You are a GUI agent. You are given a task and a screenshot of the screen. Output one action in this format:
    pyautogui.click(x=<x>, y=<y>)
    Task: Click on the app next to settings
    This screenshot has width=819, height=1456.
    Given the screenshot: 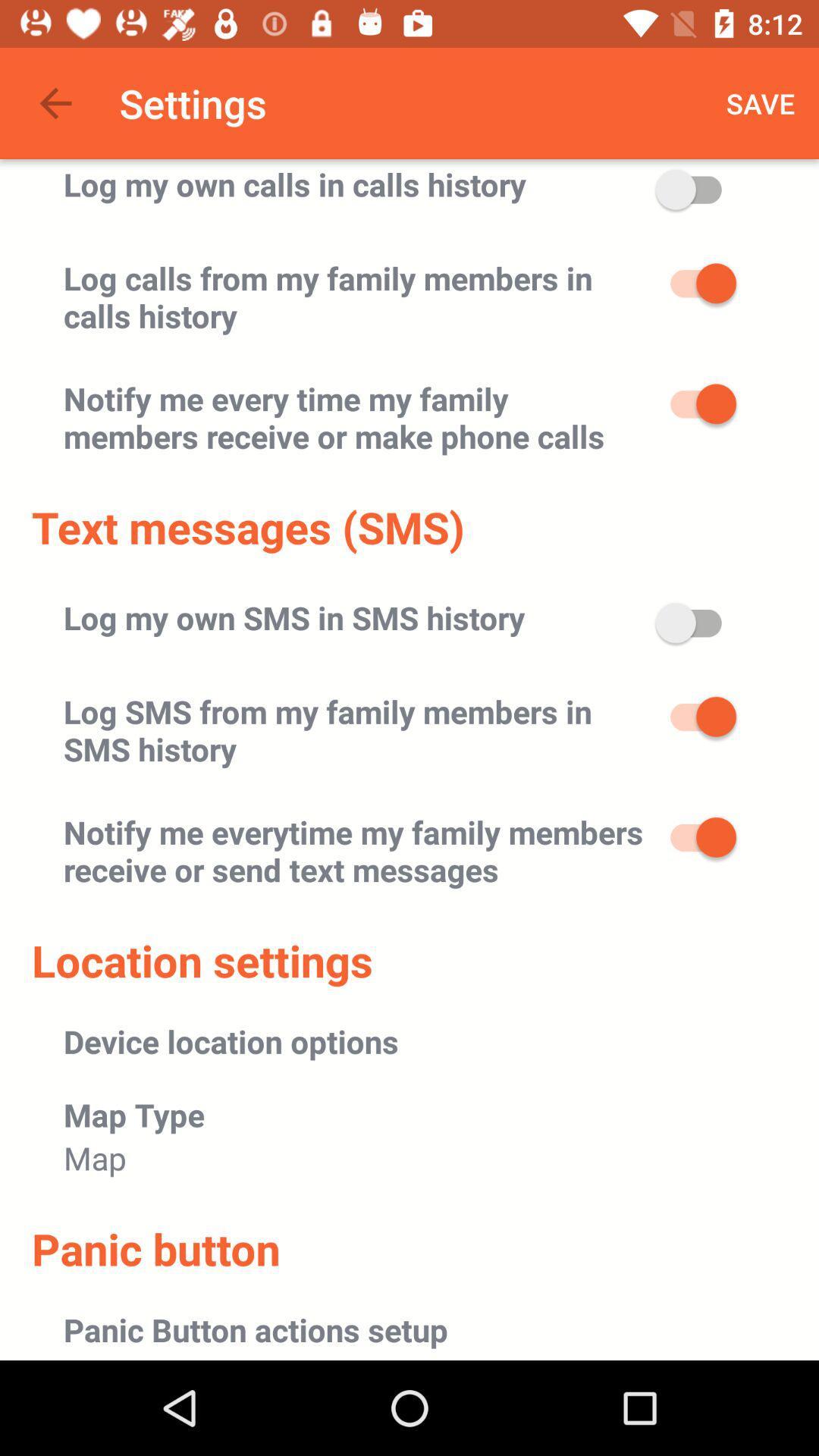 What is the action you would take?
    pyautogui.click(x=55, y=102)
    